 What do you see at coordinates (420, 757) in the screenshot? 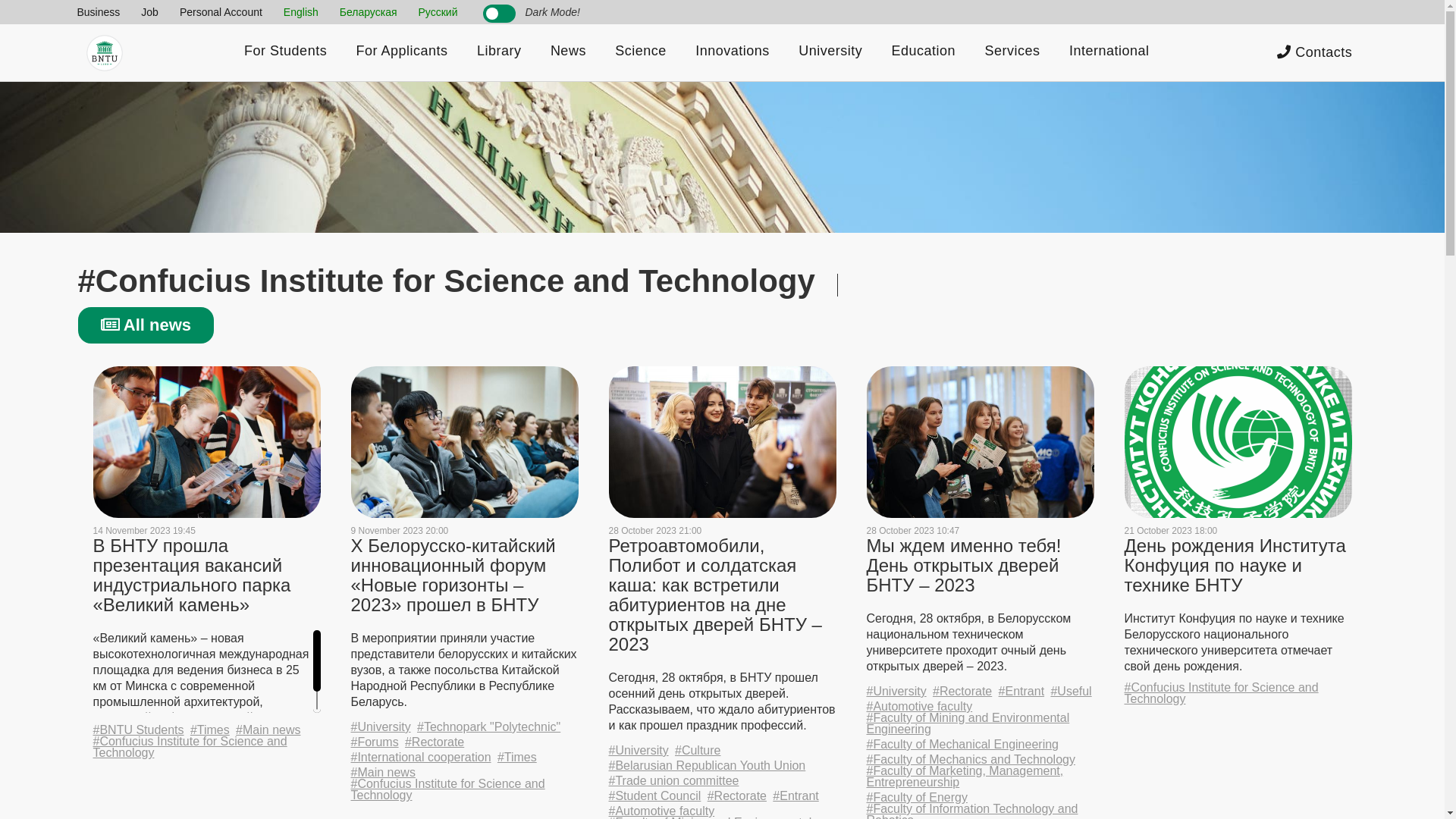
I see `'#International cooperation'` at bounding box center [420, 757].